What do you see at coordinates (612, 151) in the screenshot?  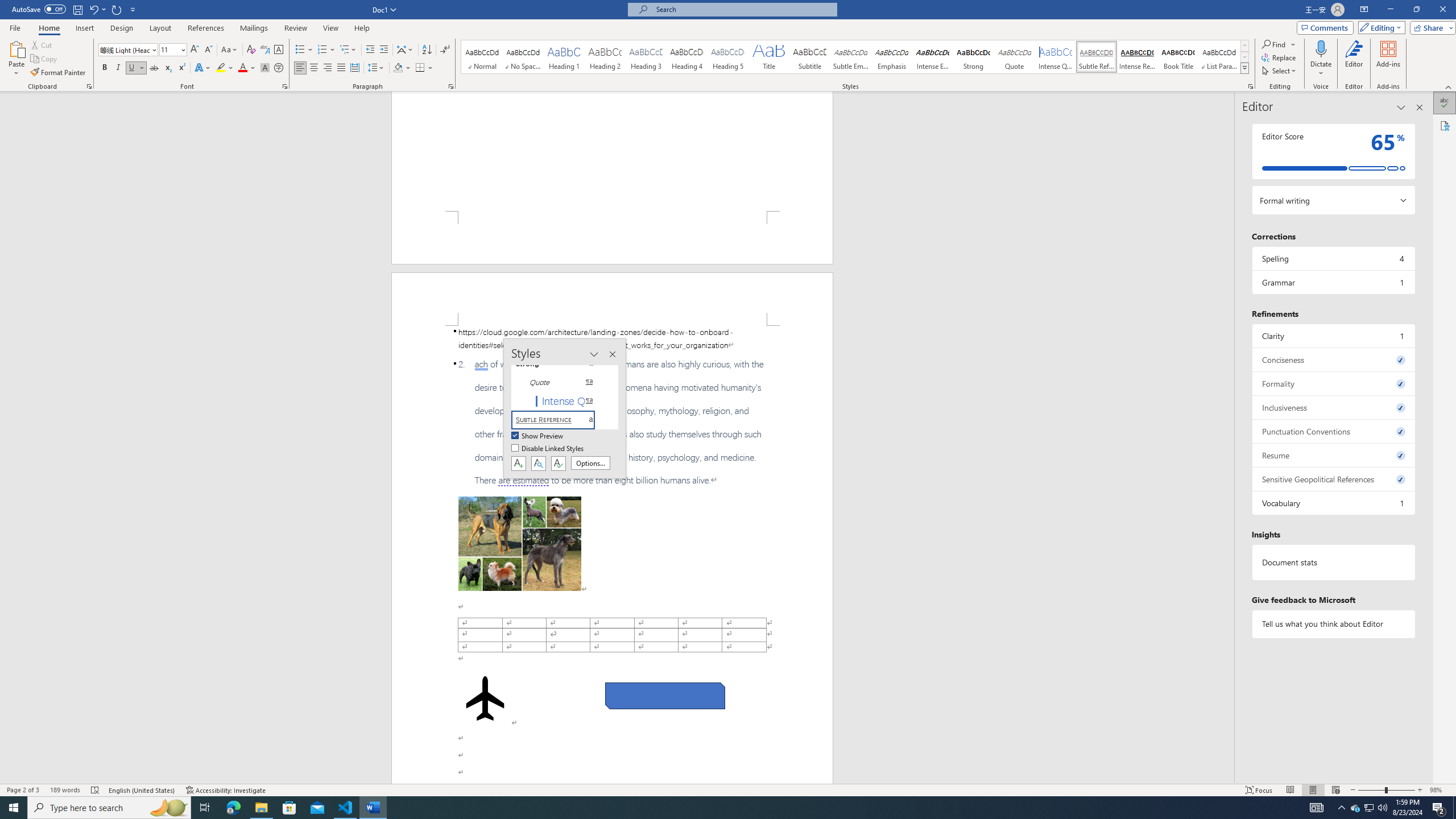 I see `'Page 1 content'` at bounding box center [612, 151].